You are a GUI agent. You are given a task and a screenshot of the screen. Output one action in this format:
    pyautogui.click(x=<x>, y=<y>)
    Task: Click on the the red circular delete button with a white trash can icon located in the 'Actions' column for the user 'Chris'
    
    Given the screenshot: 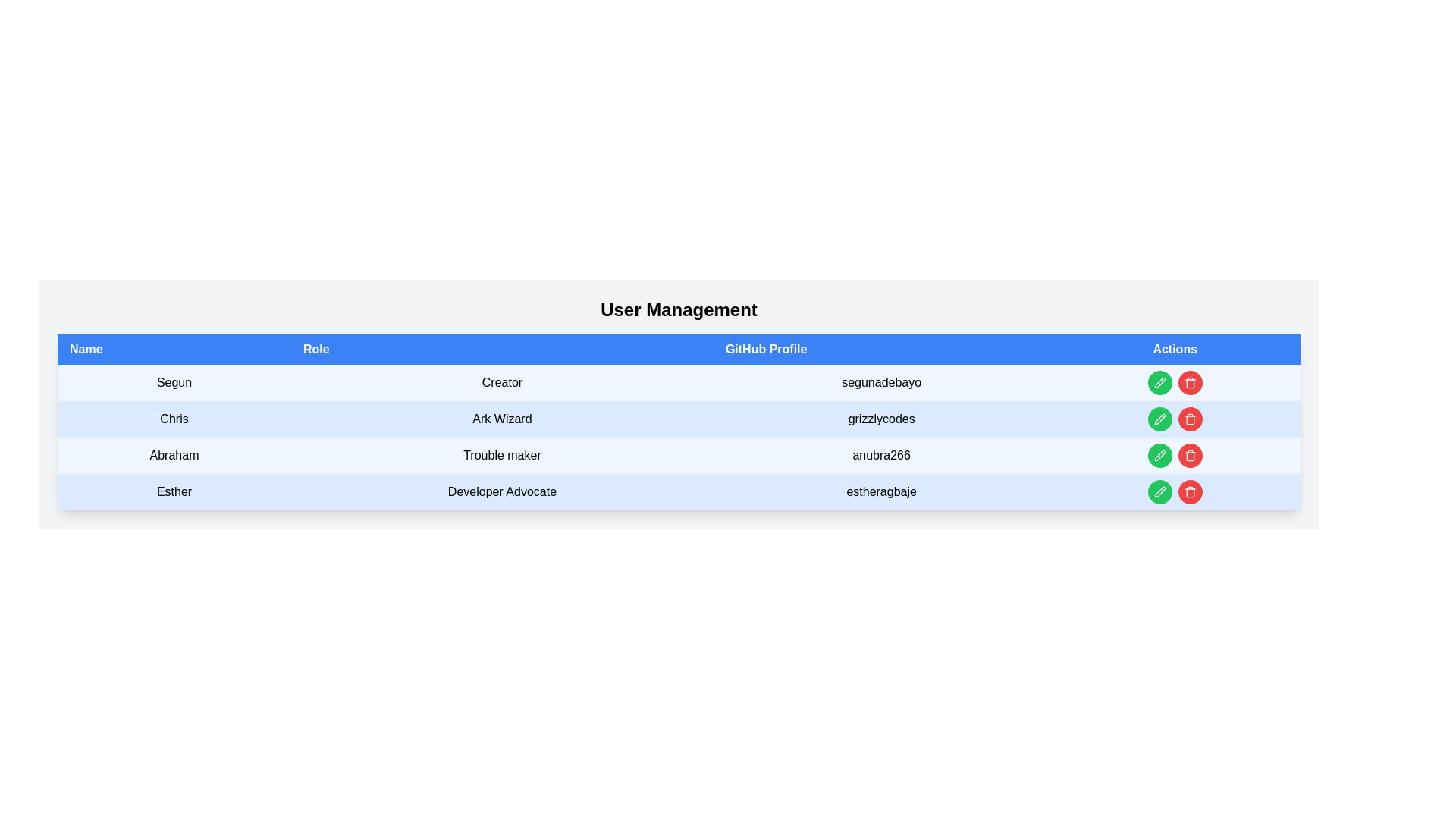 What is the action you would take?
    pyautogui.click(x=1189, y=455)
    